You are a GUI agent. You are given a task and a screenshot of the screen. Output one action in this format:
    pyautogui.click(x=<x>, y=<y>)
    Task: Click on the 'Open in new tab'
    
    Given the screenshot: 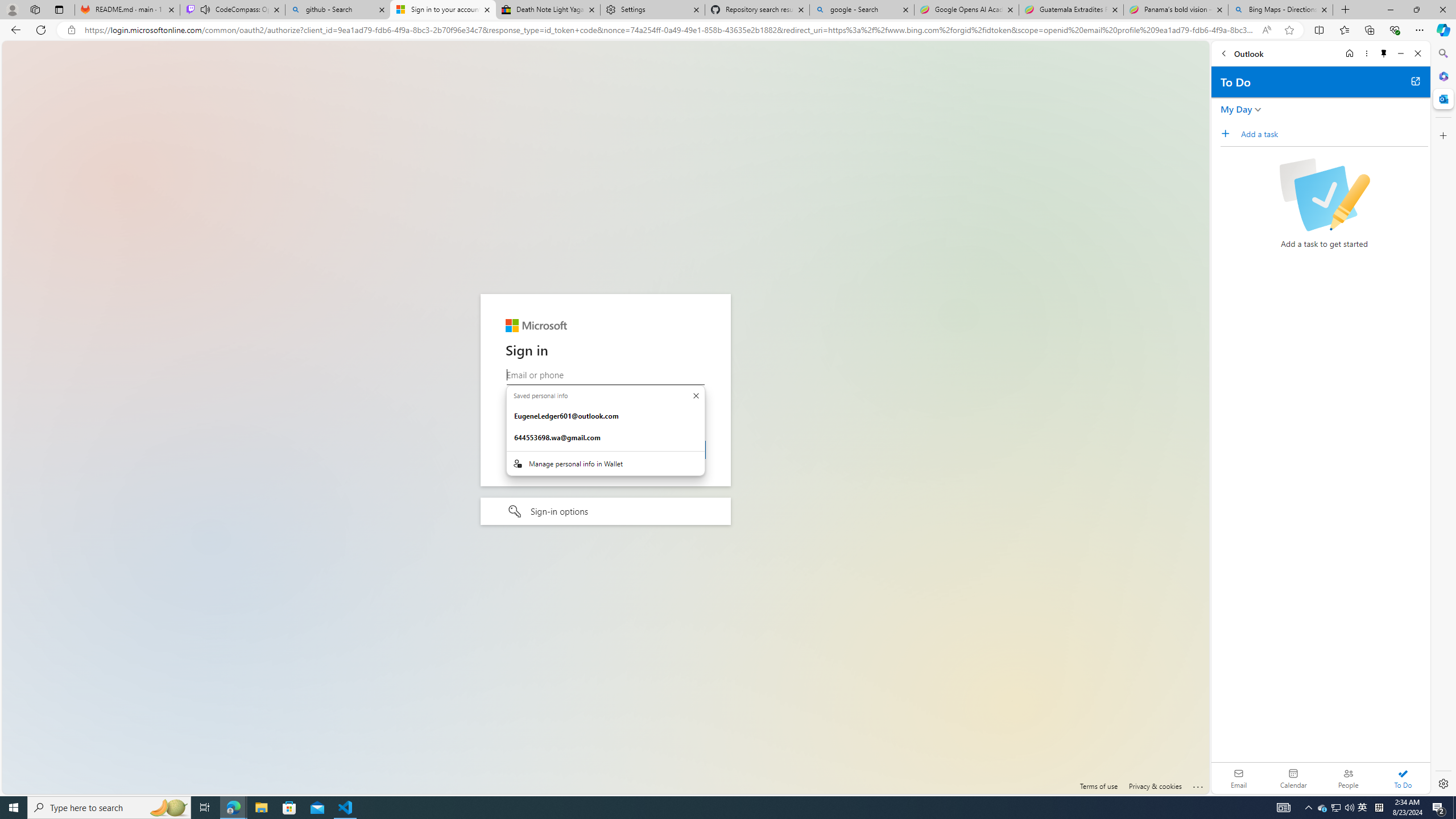 What is the action you would take?
    pyautogui.click(x=1414, y=80)
    